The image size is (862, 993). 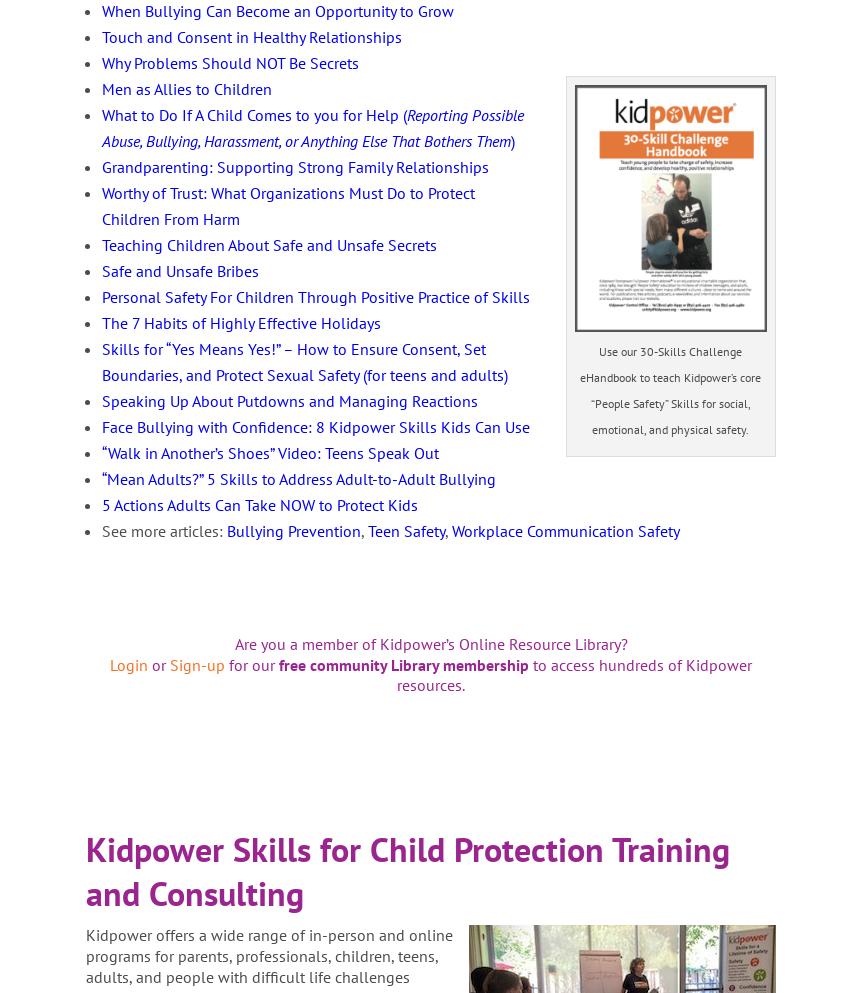 I want to click on 'Use our 30-Skills Challenge eHandbook to teach Kidpower’s core “People Safety” Skills for social, emotional, and physical safety.', so click(x=669, y=389).